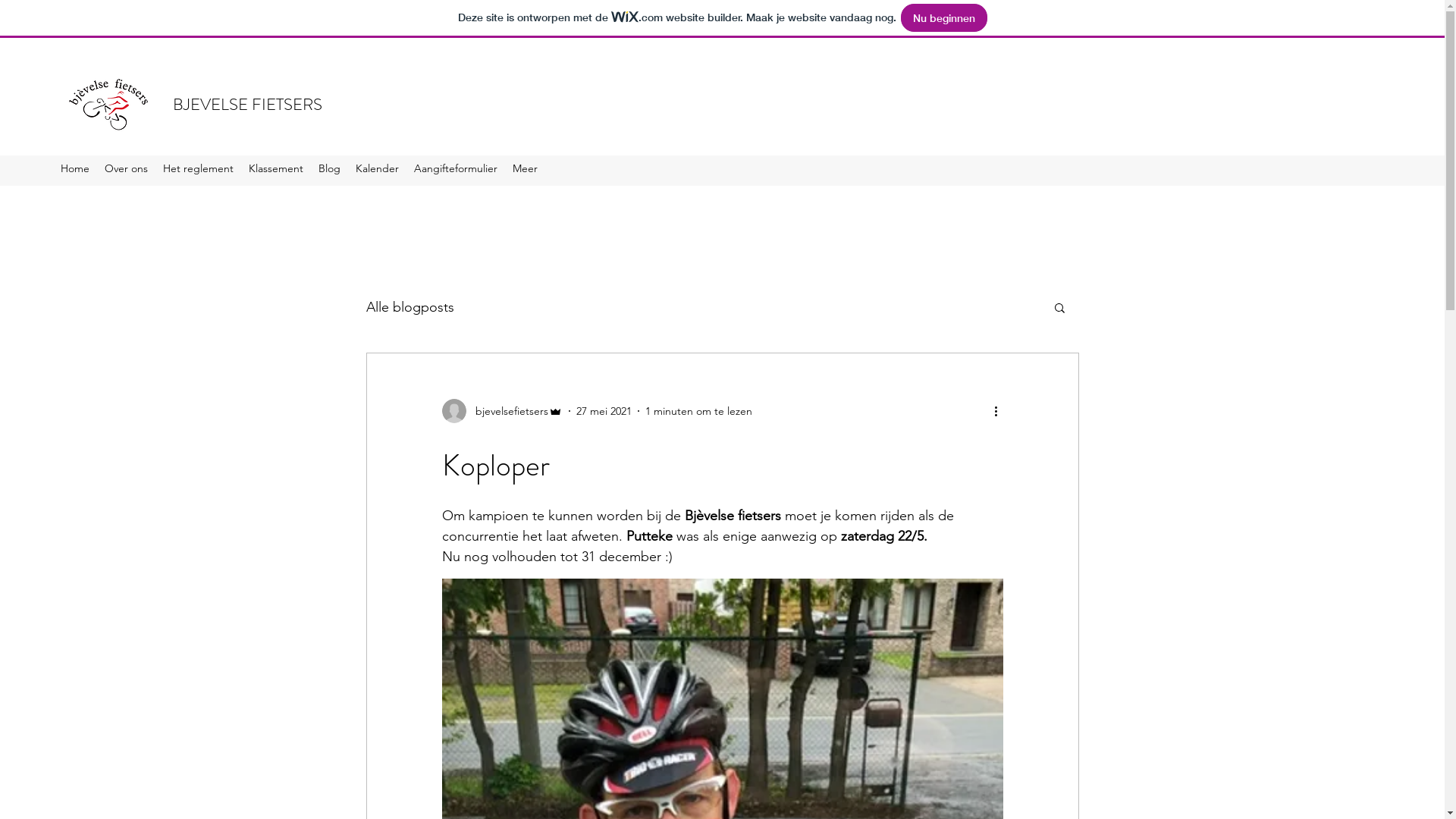 This screenshot has width=1456, height=819. Describe the element at coordinates (74, 170) in the screenshot. I see `'Home'` at that location.